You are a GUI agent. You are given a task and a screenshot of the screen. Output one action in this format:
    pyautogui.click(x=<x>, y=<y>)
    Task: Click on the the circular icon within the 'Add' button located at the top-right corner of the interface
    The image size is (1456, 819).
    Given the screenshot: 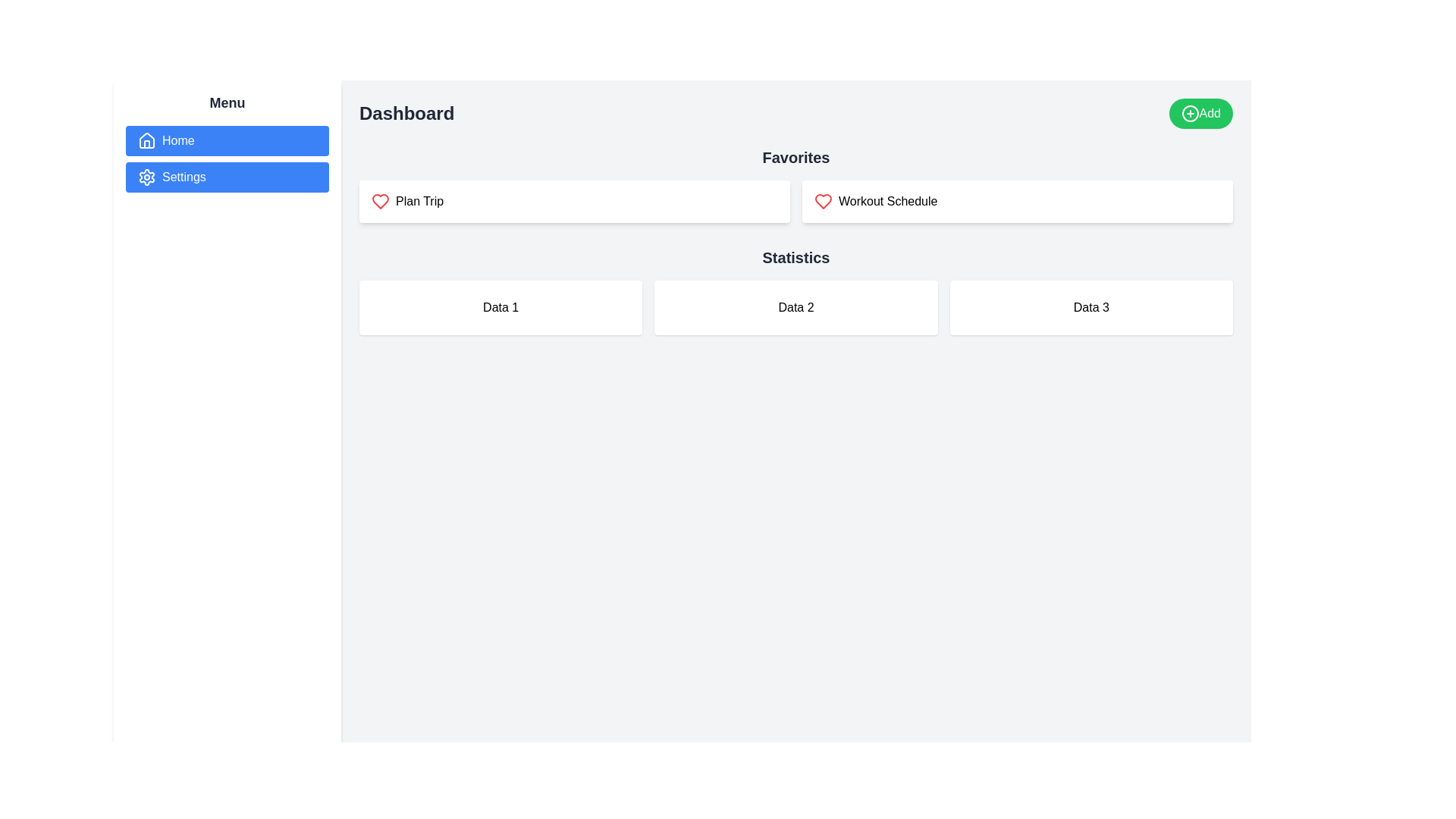 What is the action you would take?
    pyautogui.click(x=1189, y=113)
    